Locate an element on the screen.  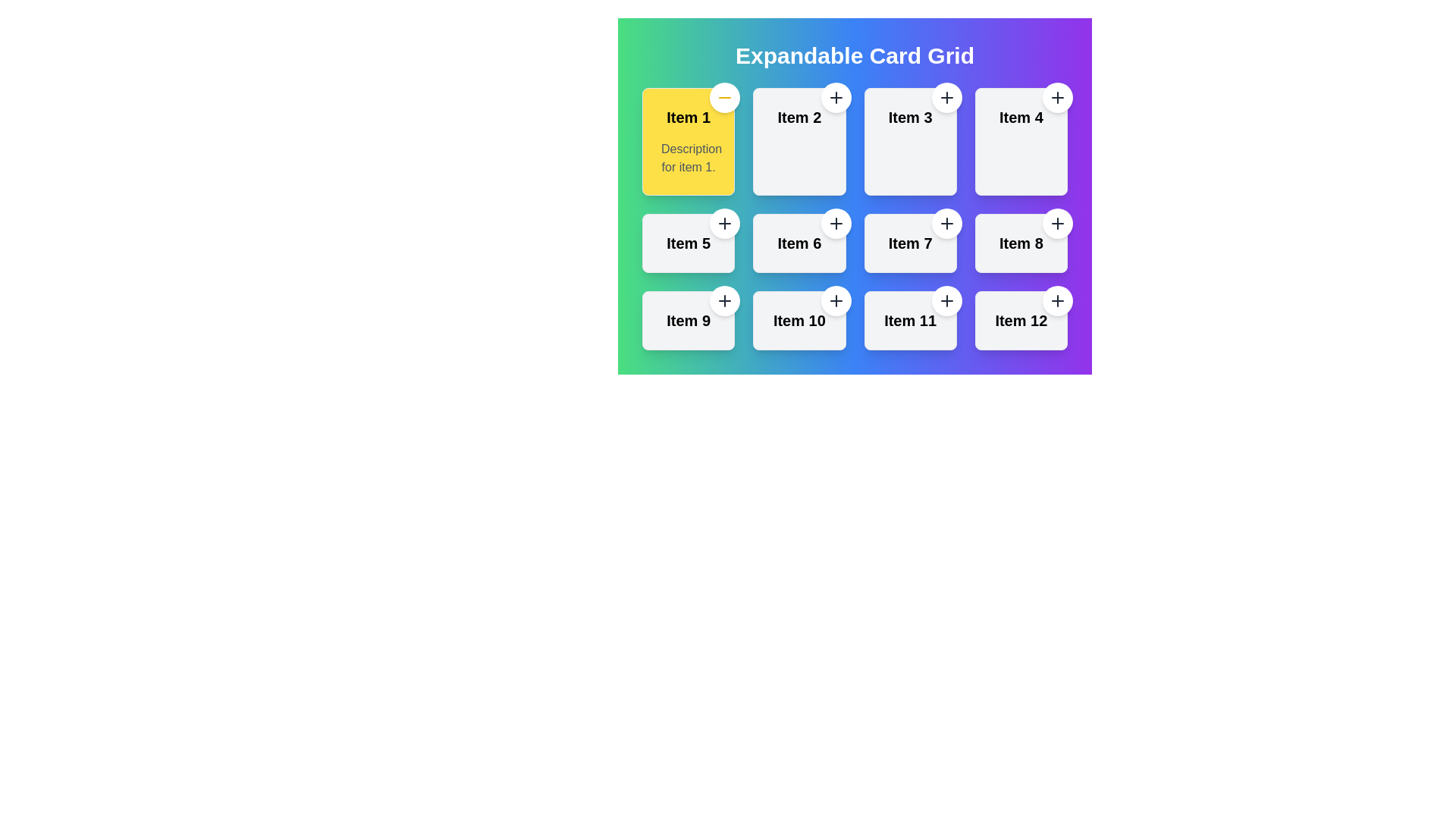
the text label indicating the title of the second card in the top row of the grid layout, located to the right of the yellow card labeled 'Item 1' is located at coordinates (799, 116).